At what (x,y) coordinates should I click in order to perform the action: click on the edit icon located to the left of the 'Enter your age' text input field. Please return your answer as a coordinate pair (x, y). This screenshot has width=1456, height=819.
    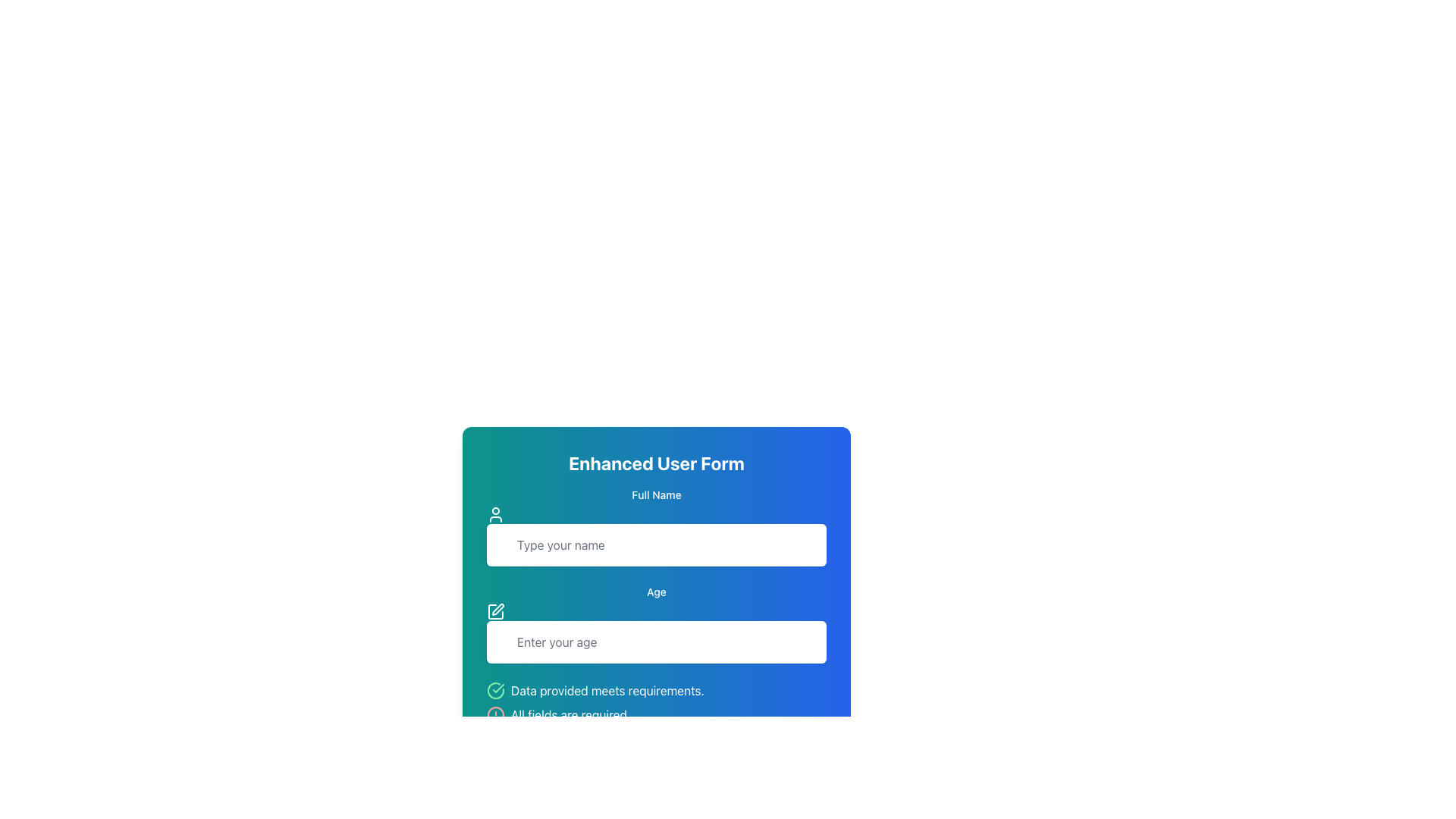
    Looking at the image, I should click on (495, 610).